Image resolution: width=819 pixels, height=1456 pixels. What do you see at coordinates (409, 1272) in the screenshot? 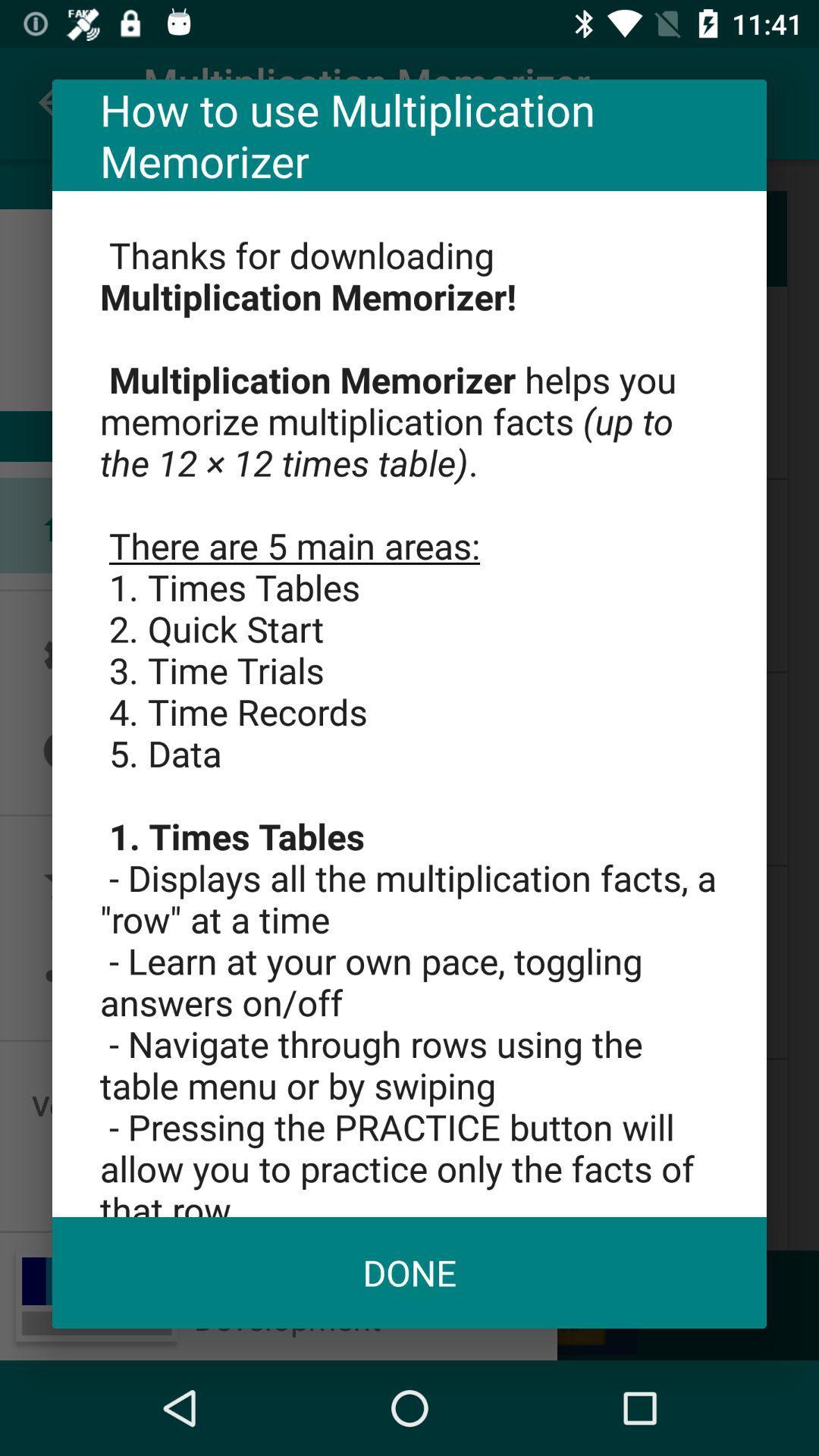
I see `icon at the bottom` at bounding box center [409, 1272].